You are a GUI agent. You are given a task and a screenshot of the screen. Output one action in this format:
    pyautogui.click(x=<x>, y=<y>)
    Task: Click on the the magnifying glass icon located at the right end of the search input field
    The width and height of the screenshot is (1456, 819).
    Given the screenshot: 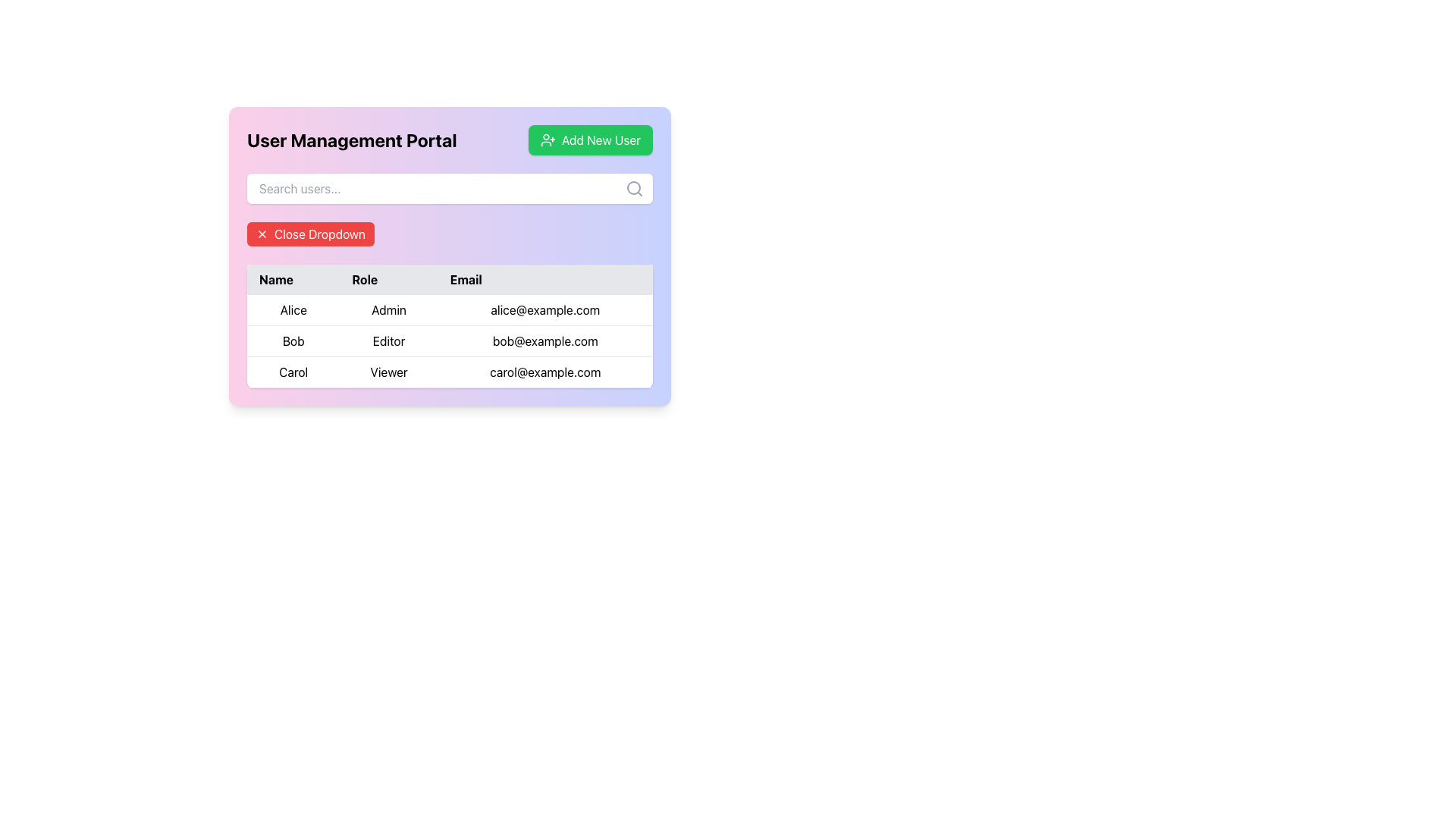 What is the action you would take?
    pyautogui.click(x=634, y=188)
    